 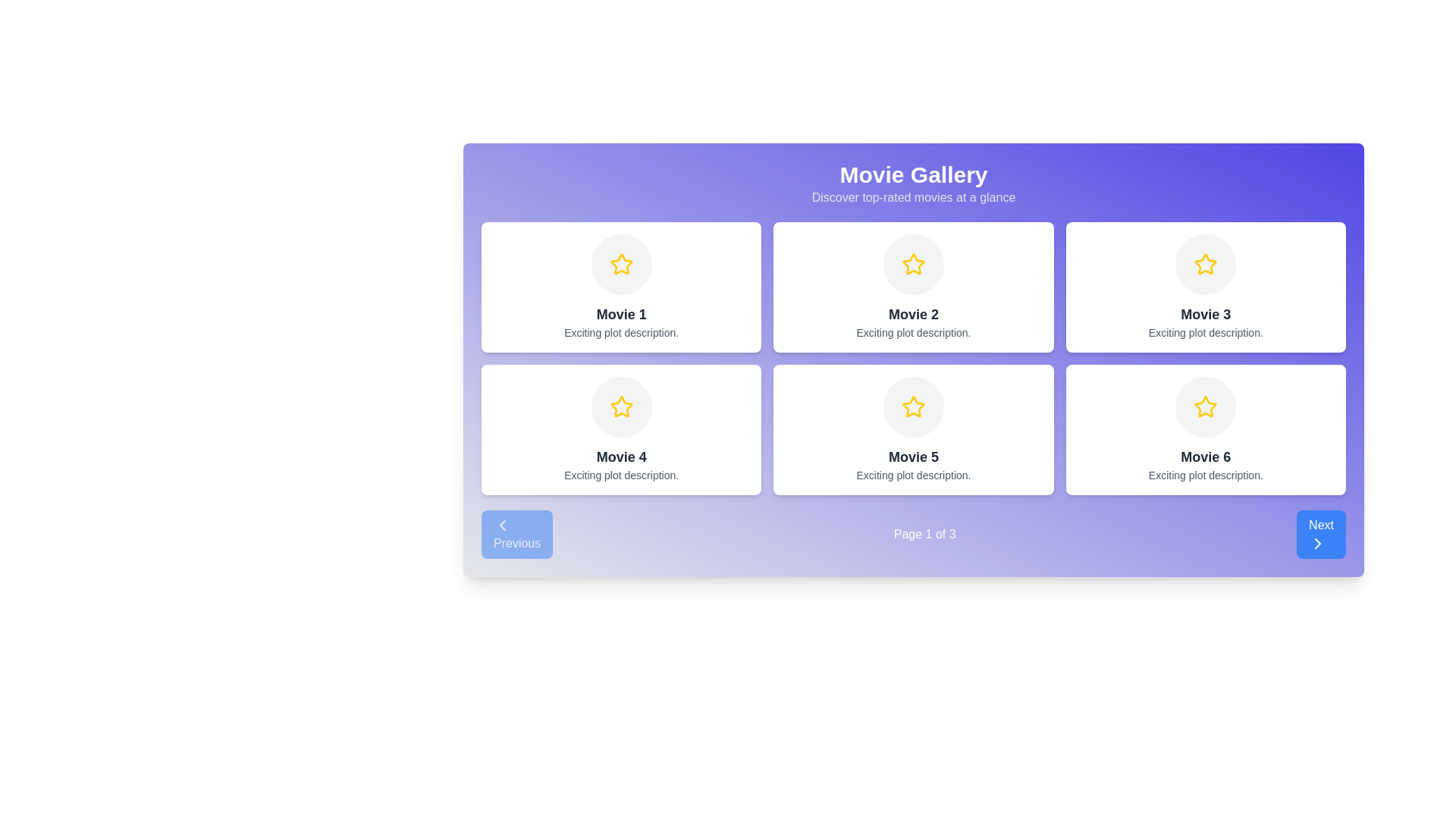 I want to click on the text label displaying 'Exciting plot description.' which is styled with 'text-sm text-gray-600' and is located directly below the title 'Movie 5', so click(x=912, y=475).